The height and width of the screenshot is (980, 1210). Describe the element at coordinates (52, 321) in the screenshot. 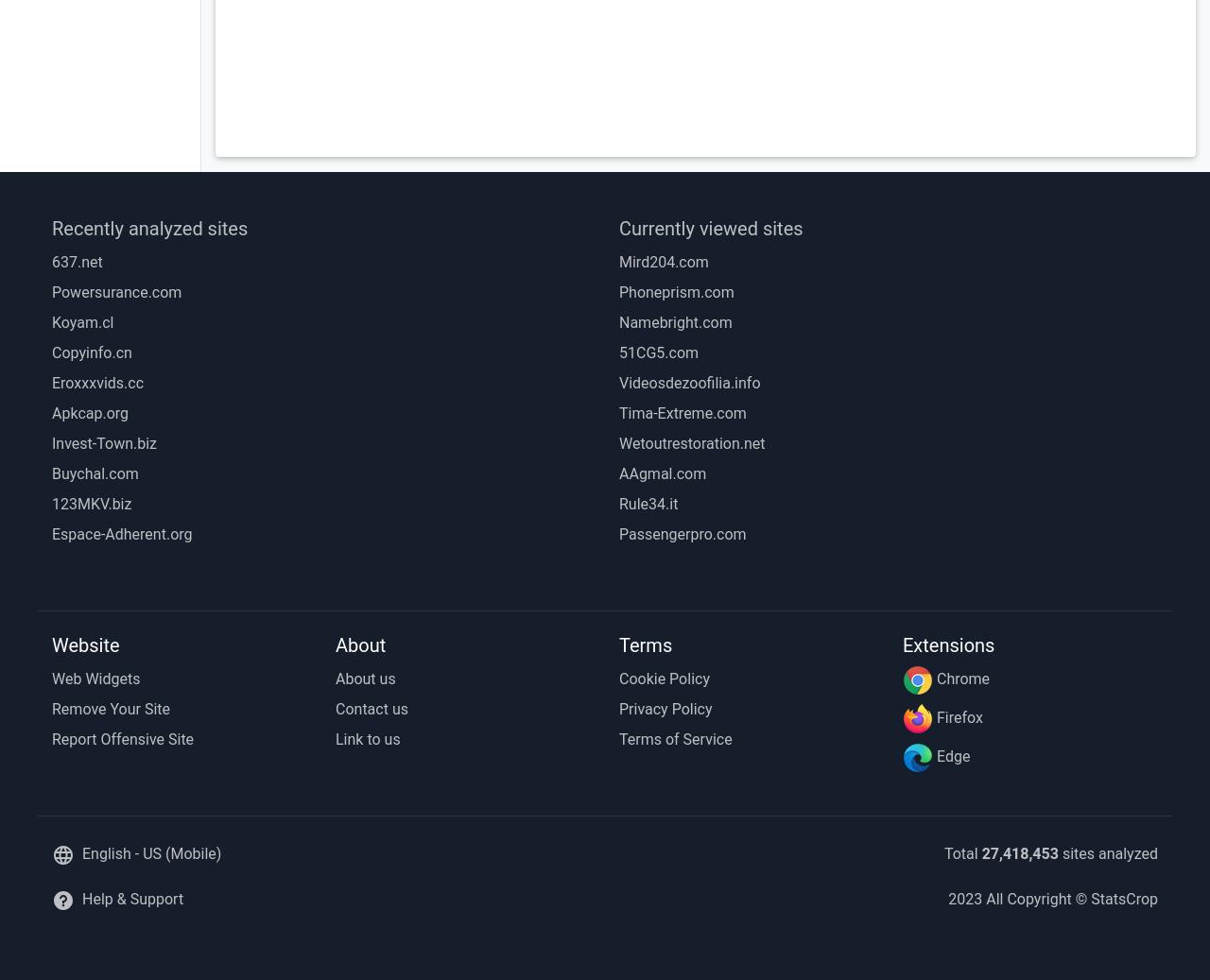

I see `'Koyam.cl'` at that location.